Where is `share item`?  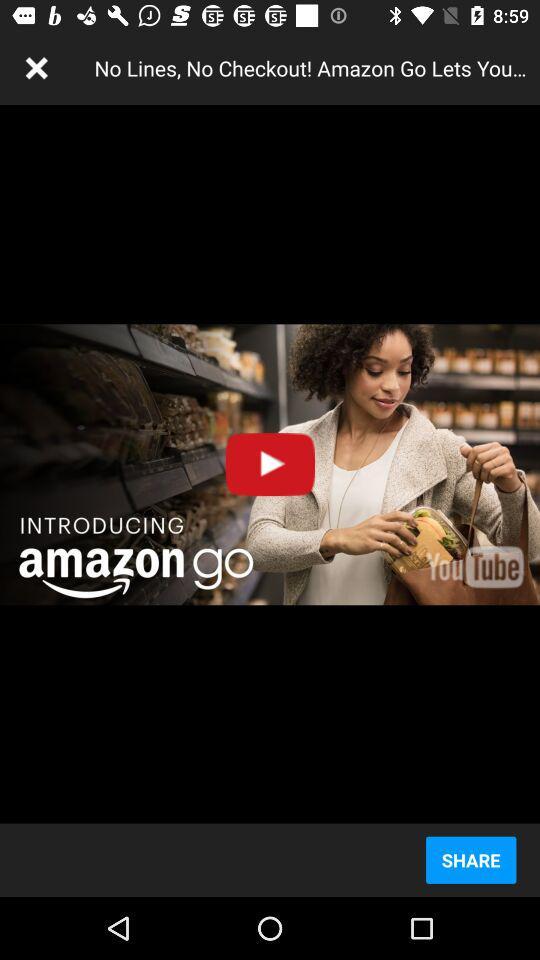 share item is located at coordinates (471, 859).